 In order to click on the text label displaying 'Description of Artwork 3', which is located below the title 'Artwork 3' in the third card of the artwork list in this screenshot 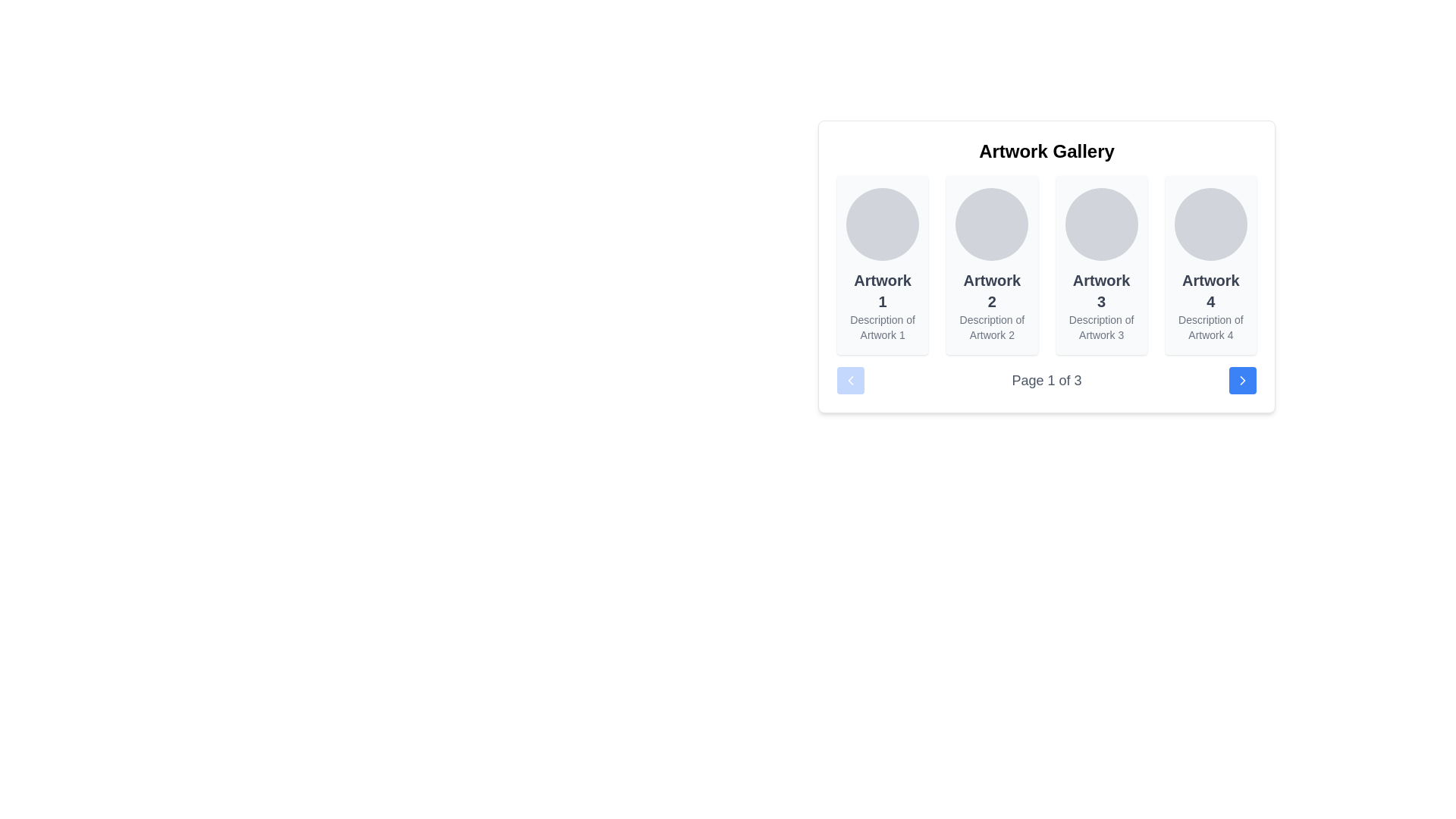, I will do `click(1101, 327)`.